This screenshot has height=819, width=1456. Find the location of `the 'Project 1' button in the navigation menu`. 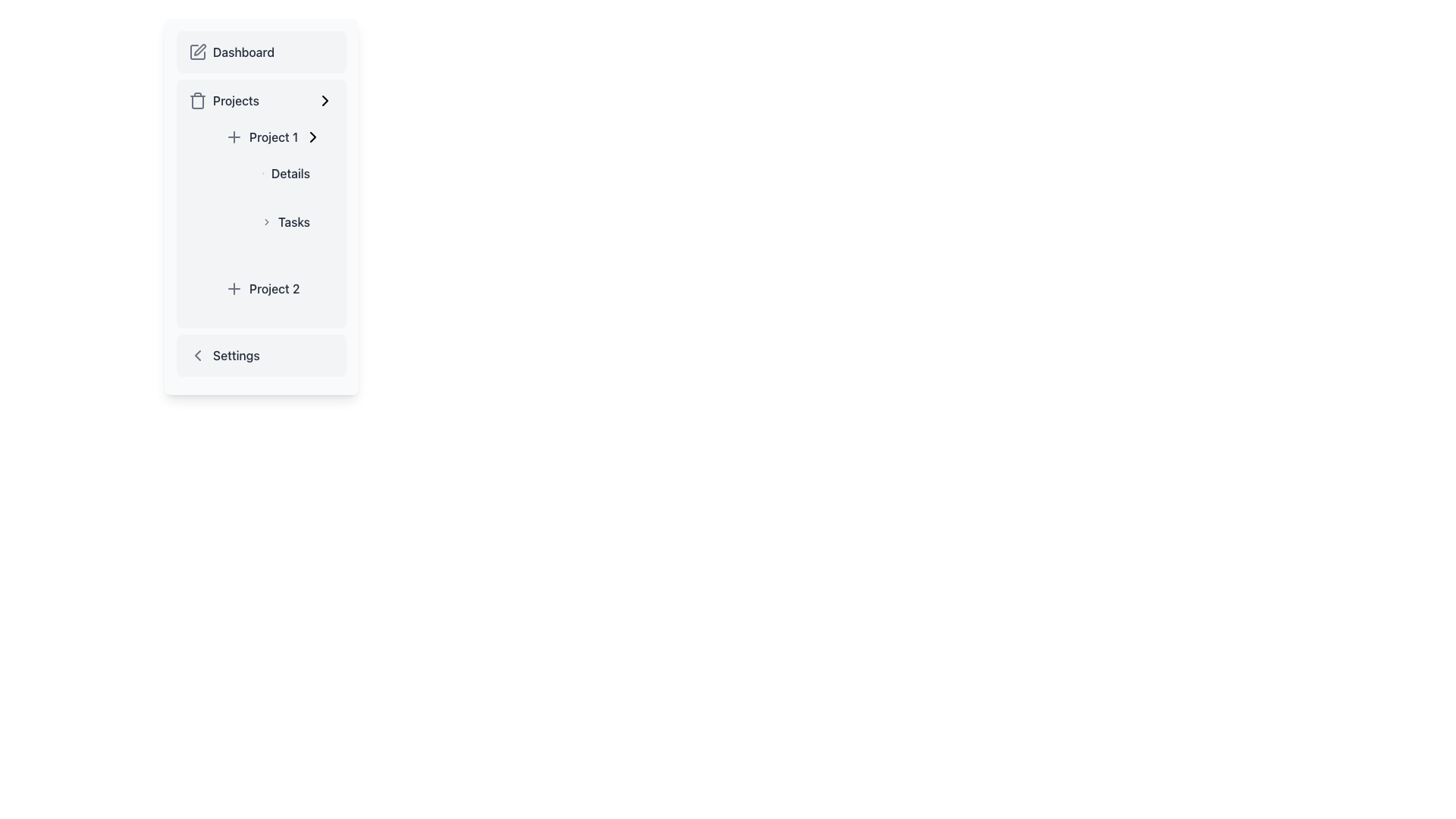

the 'Project 1' button in the navigation menu is located at coordinates (273, 137).